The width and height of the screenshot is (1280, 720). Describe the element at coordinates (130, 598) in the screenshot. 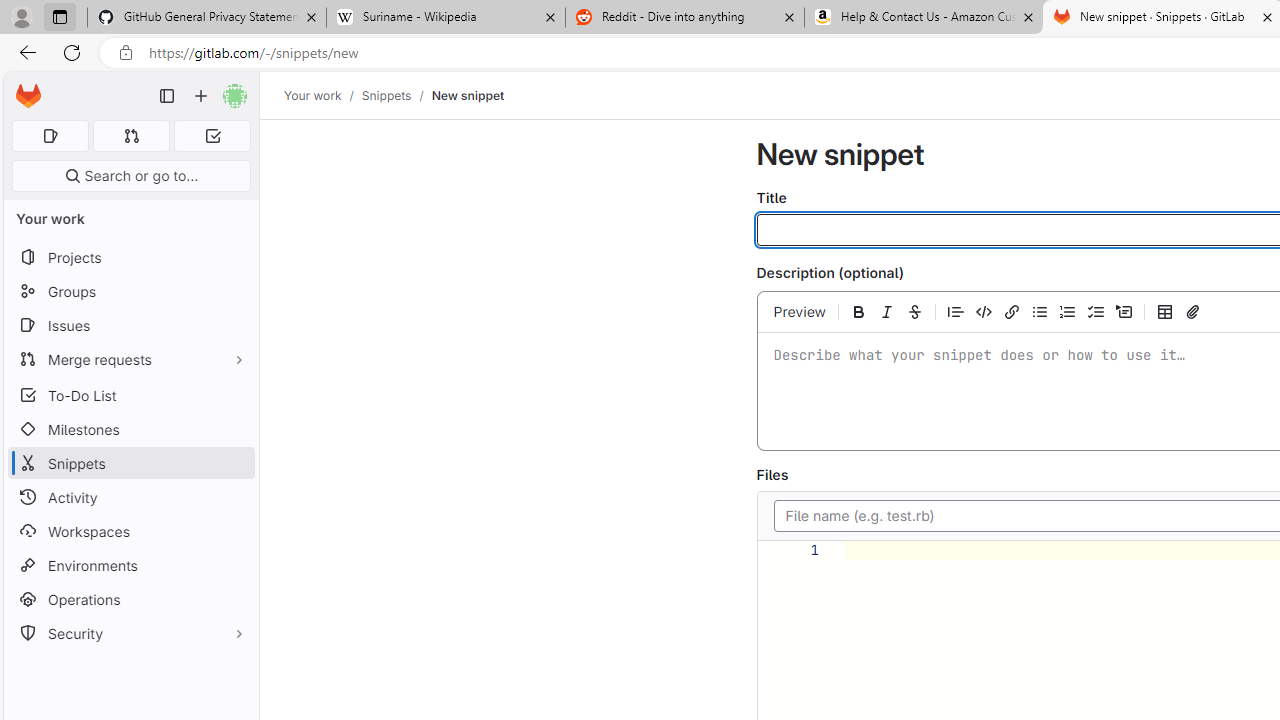

I see `'Operations'` at that location.